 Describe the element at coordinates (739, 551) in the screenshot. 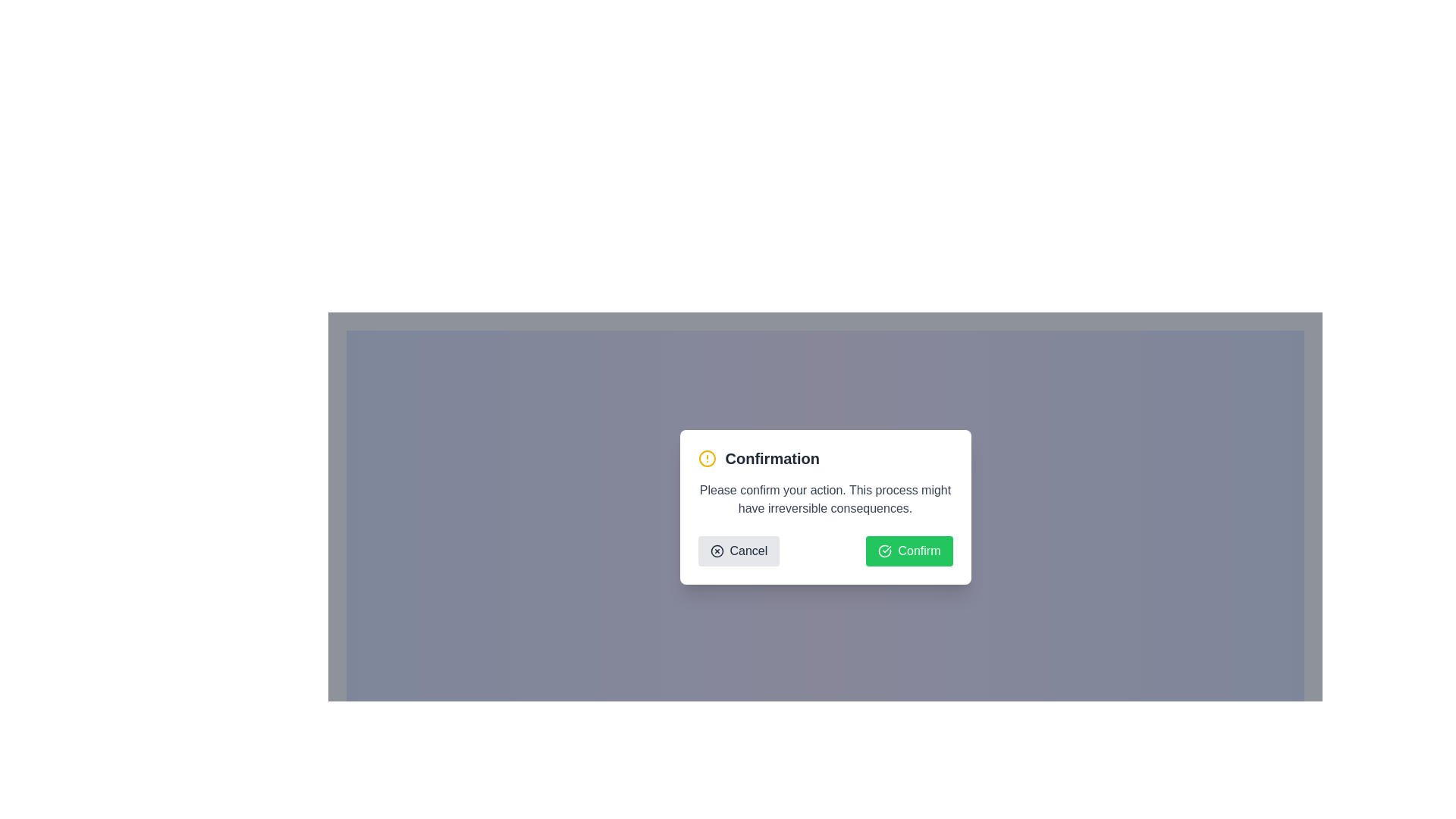

I see `the cancelation action button located at the bottom center of the confirmation dialog box` at that location.